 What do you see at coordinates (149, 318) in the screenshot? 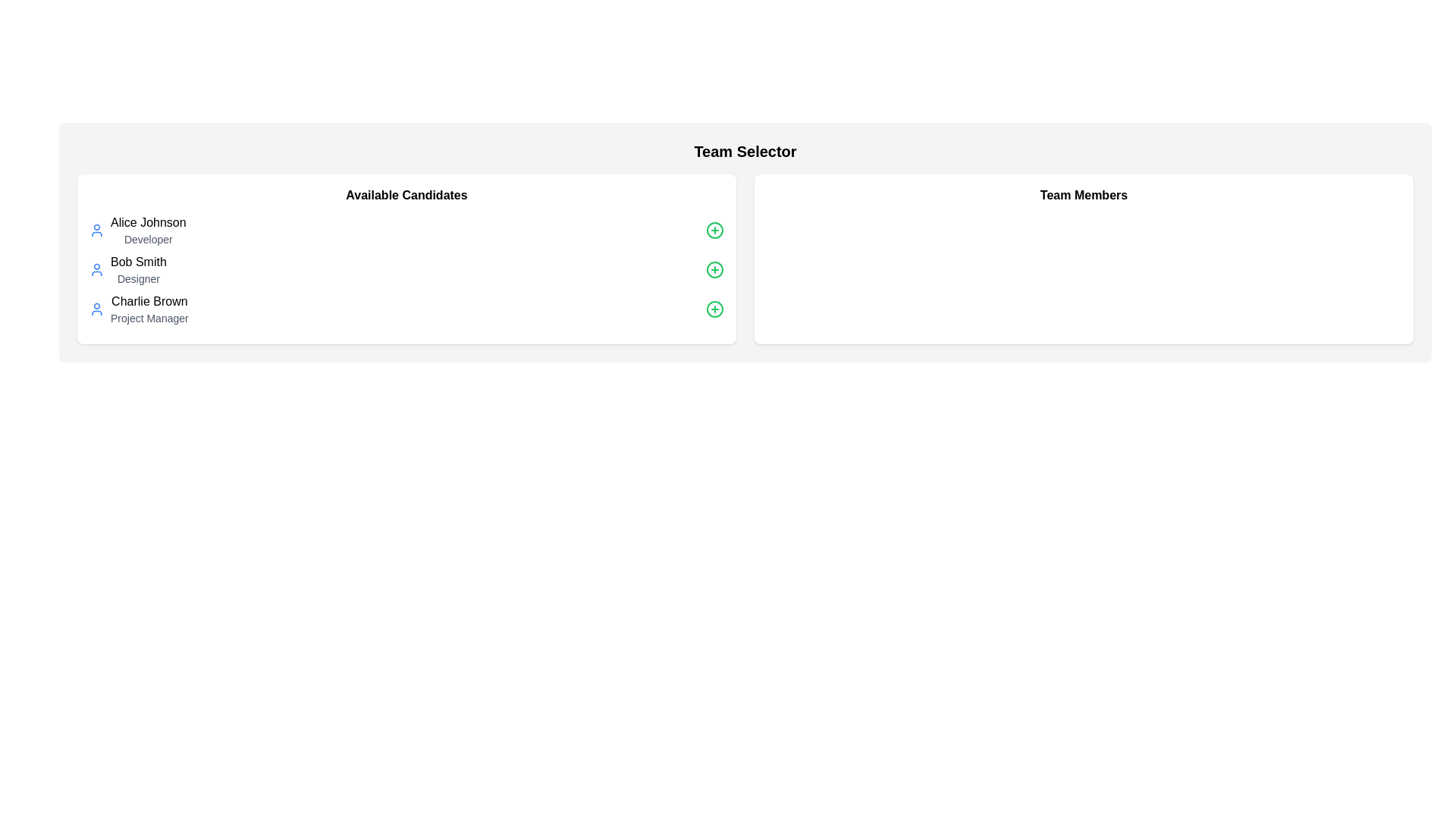
I see `the text label providing role or designation information associated with 'Charlie Brown', located in the 'Available Candidates' section, beneath the name text` at bounding box center [149, 318].